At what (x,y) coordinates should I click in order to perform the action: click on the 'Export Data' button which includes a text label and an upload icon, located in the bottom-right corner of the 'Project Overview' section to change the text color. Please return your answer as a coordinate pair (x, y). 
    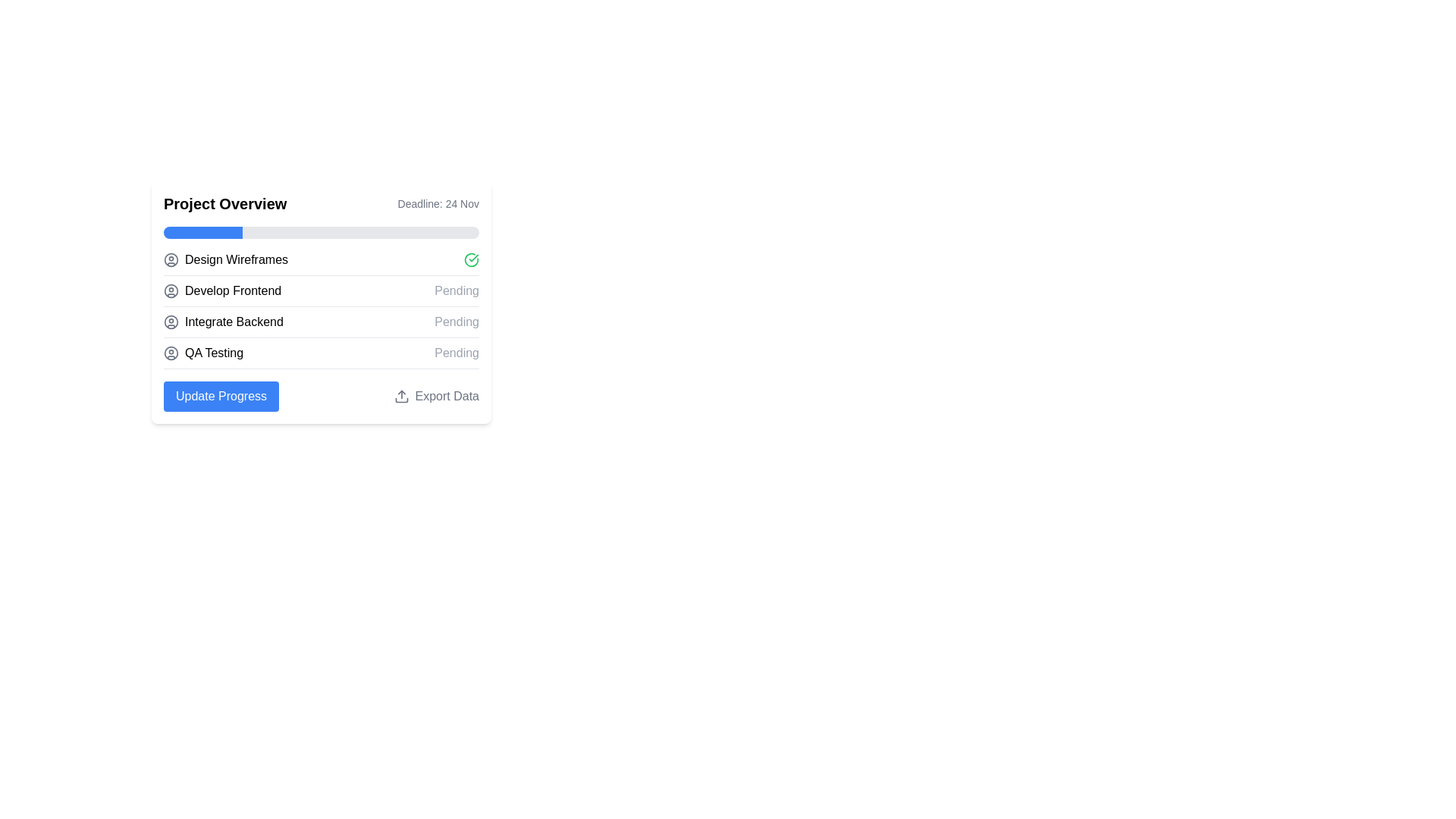
    Looking at the image, I should click on (435, 396).